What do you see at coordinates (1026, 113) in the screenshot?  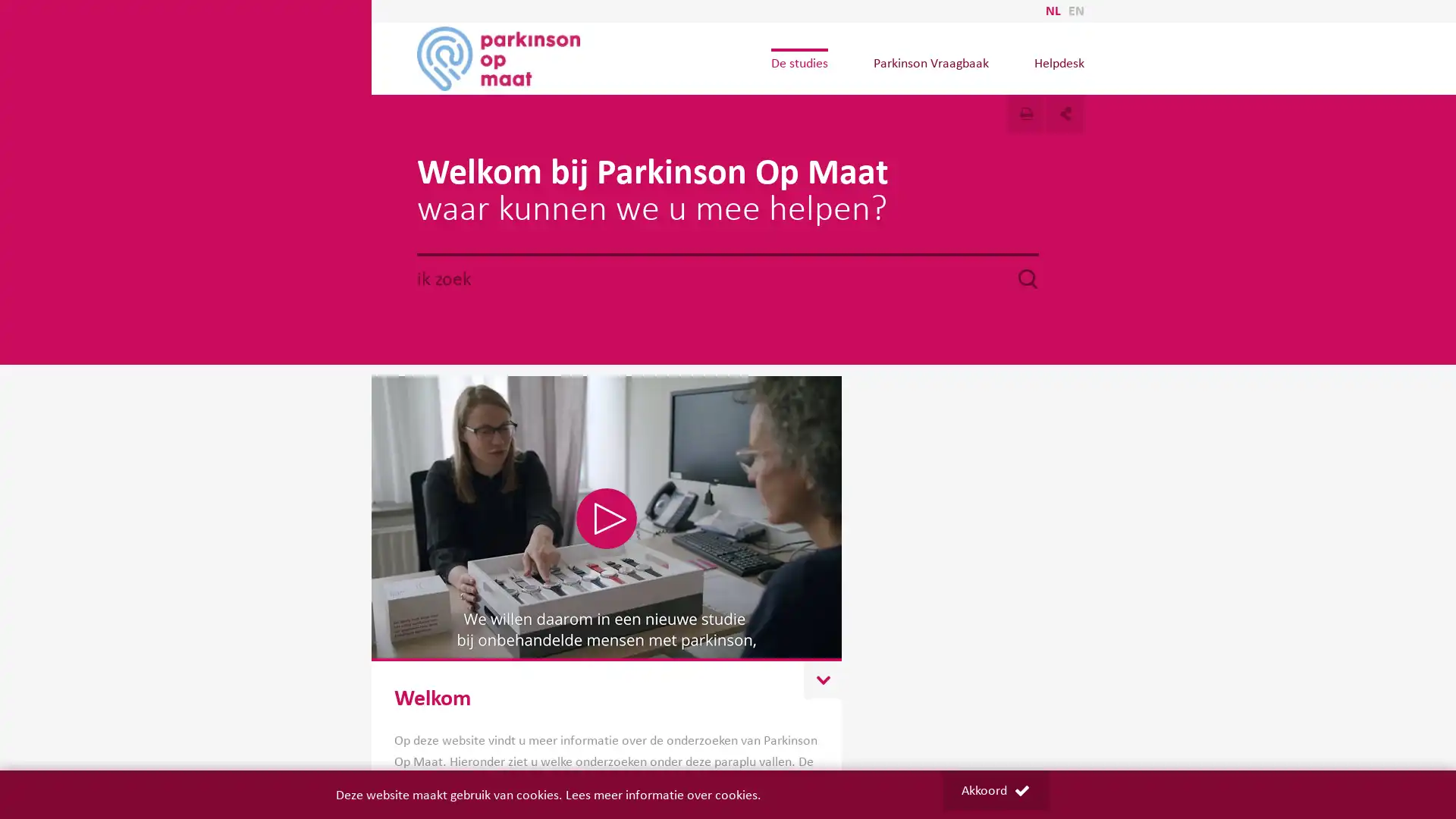 I see `X print pagina` at bounding box center [1026, 113].